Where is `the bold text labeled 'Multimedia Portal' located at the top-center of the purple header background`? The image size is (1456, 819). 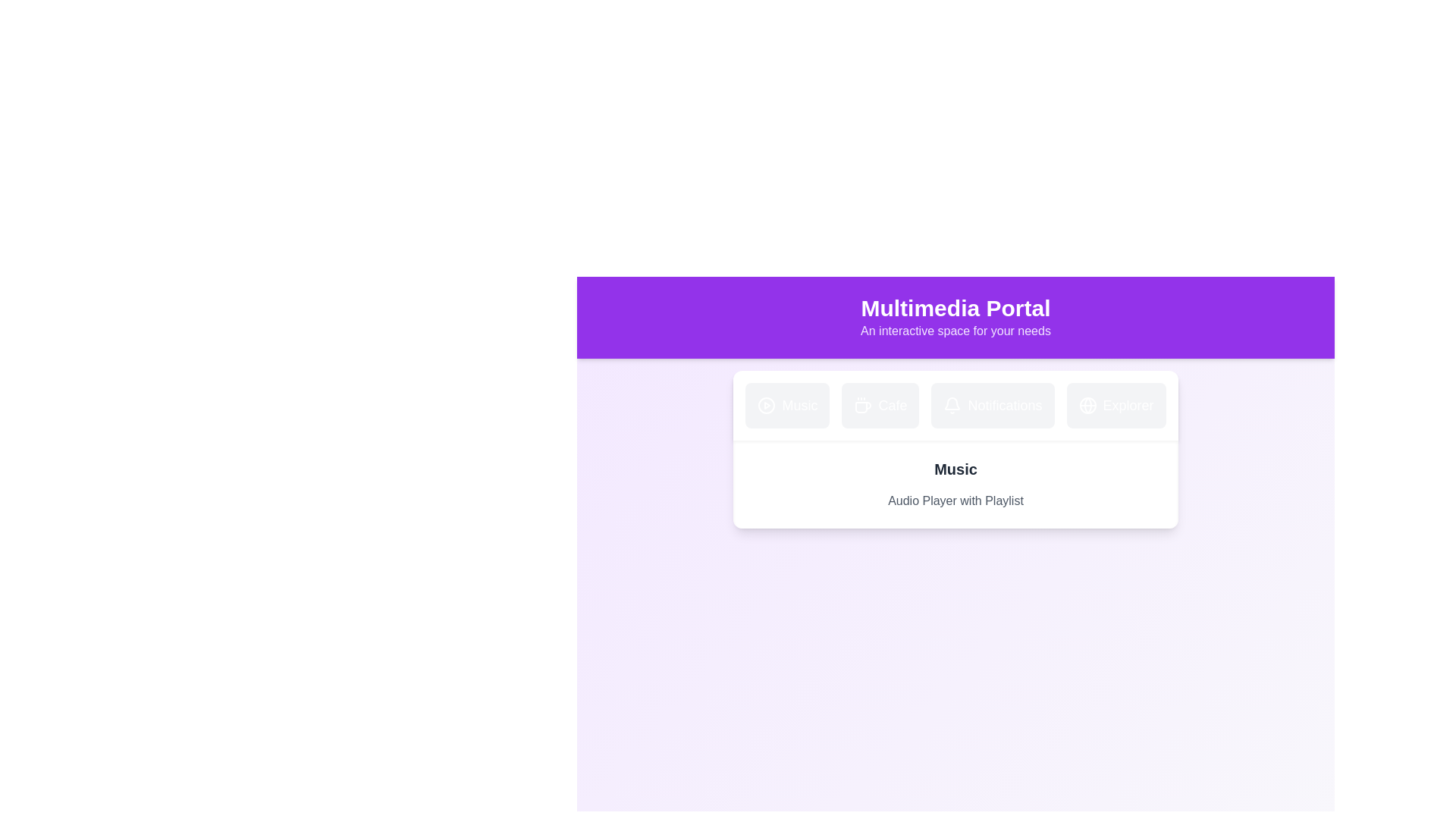 the bold text labeled 'Multimedia Portal' located at the top-center of the purple header background is located at coordinates (955, 308).